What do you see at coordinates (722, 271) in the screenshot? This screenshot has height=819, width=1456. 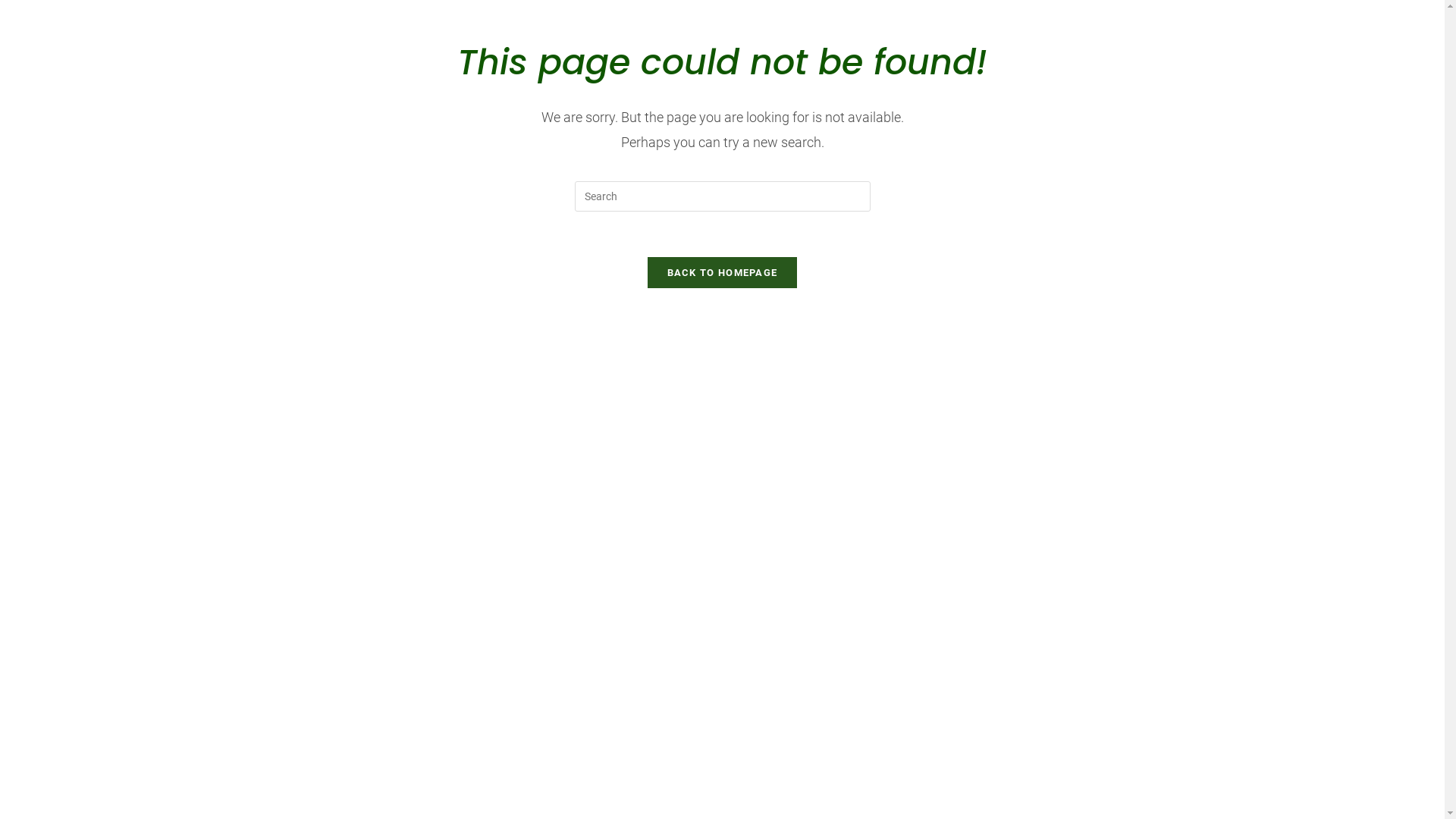 I see `'BACK TO HOMEPAGE'` at bounding box center [722, 271].